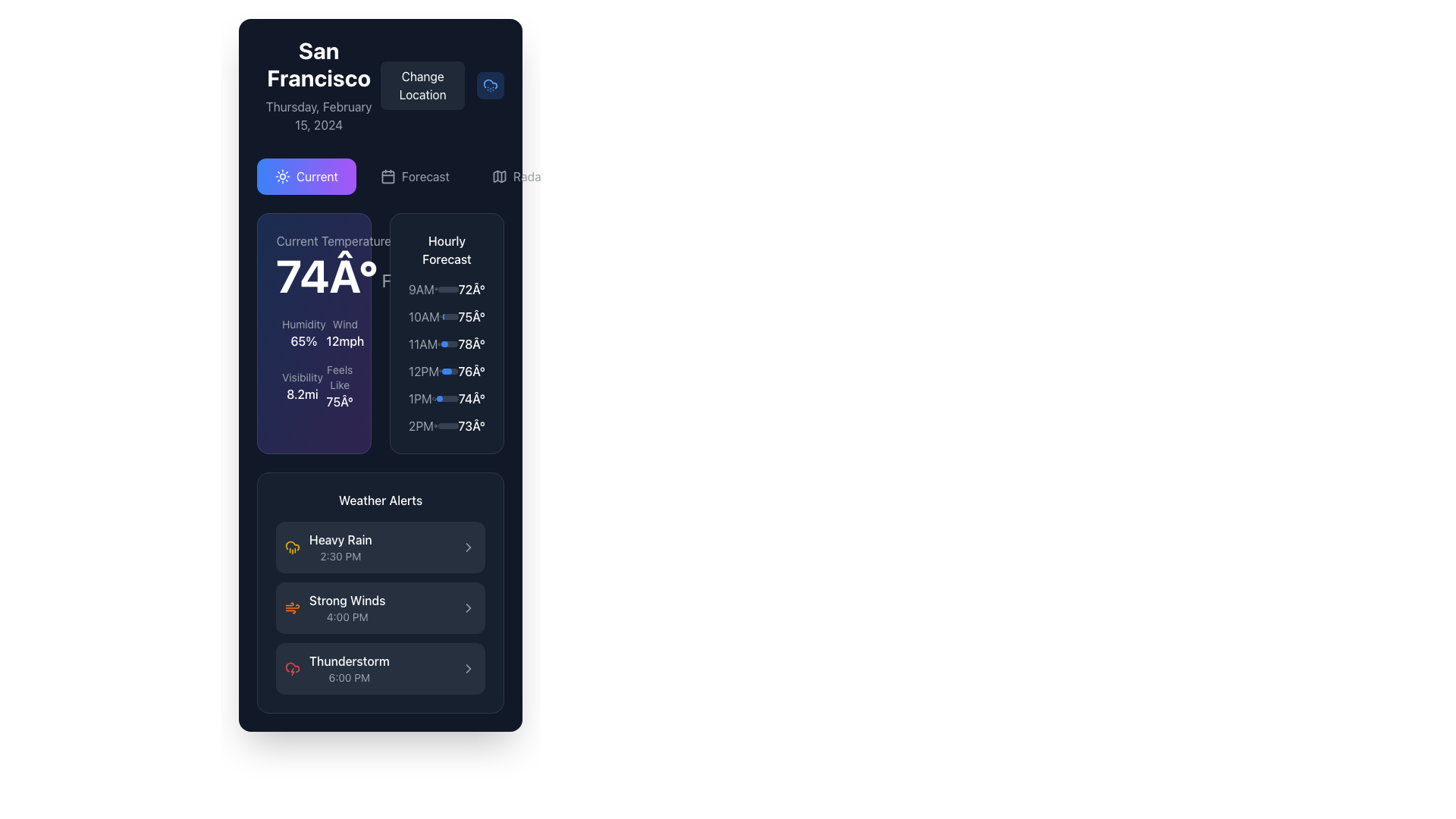 This screenshot has width=1456, height=819. I want to click on the composite element containing location details ('San Francisco'), the current date ('Thursday, February 15, 2024'), and the modify location button, so click(381, 85).